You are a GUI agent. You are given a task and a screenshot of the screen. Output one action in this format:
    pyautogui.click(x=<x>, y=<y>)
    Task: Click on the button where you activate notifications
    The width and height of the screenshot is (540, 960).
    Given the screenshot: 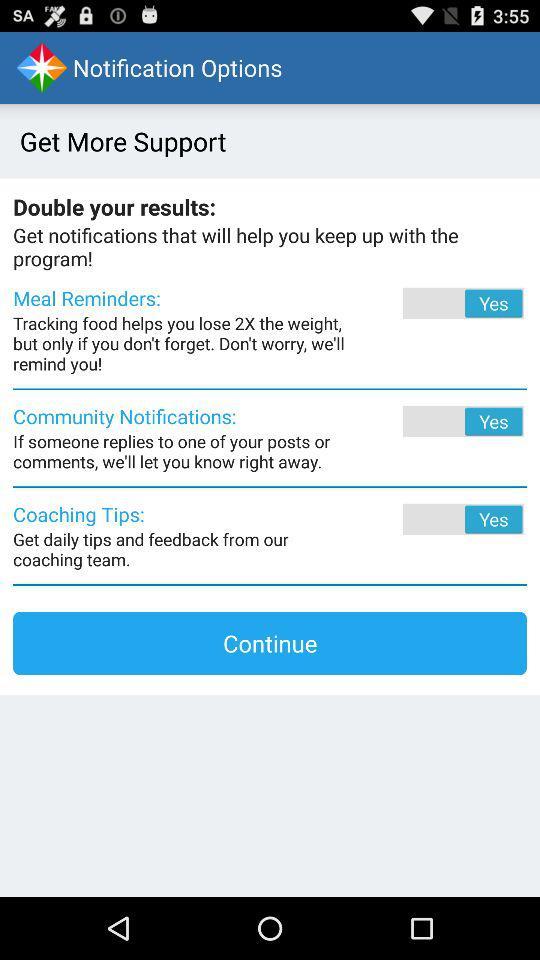 What is the action you would take?
    pyautogui.click(x=435, y=421)
    